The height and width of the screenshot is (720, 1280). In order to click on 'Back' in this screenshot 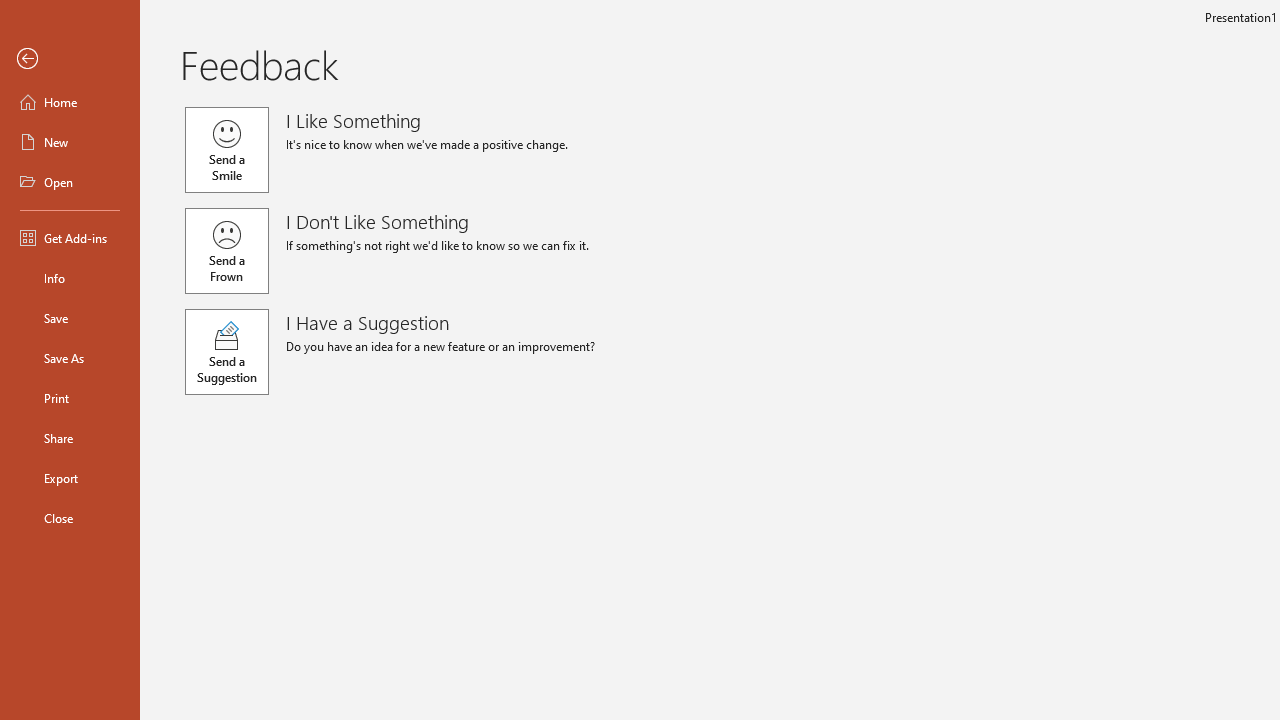, I will do `click(69, 58)`.